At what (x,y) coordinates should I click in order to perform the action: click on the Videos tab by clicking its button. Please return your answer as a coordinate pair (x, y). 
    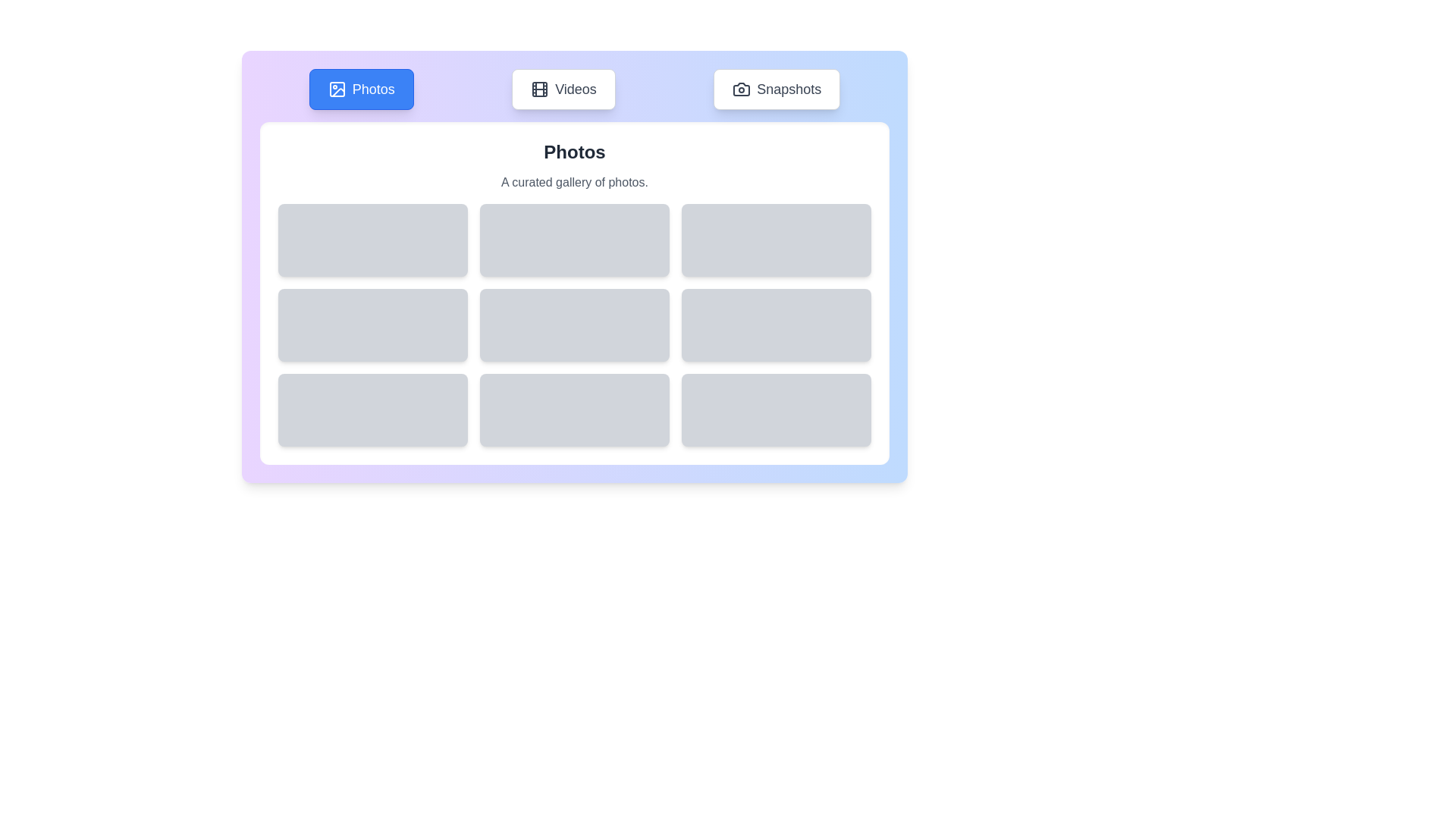
    Looking at the image, I should click on (563, 89).